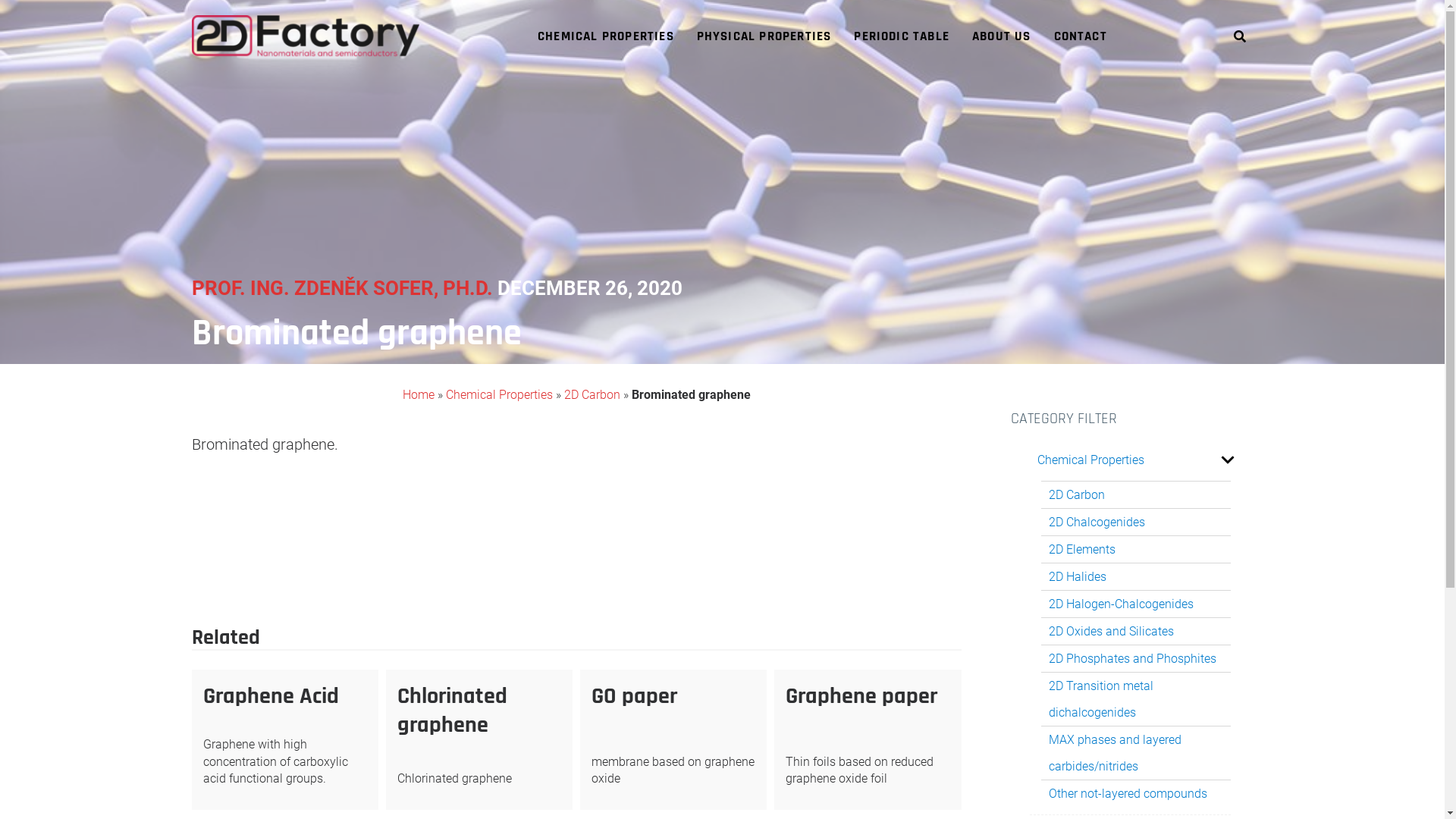  What do you see at coordinates (306, 541) in the screenshot?
I see `'2D Carbon'` at bounding box center [306, 541].